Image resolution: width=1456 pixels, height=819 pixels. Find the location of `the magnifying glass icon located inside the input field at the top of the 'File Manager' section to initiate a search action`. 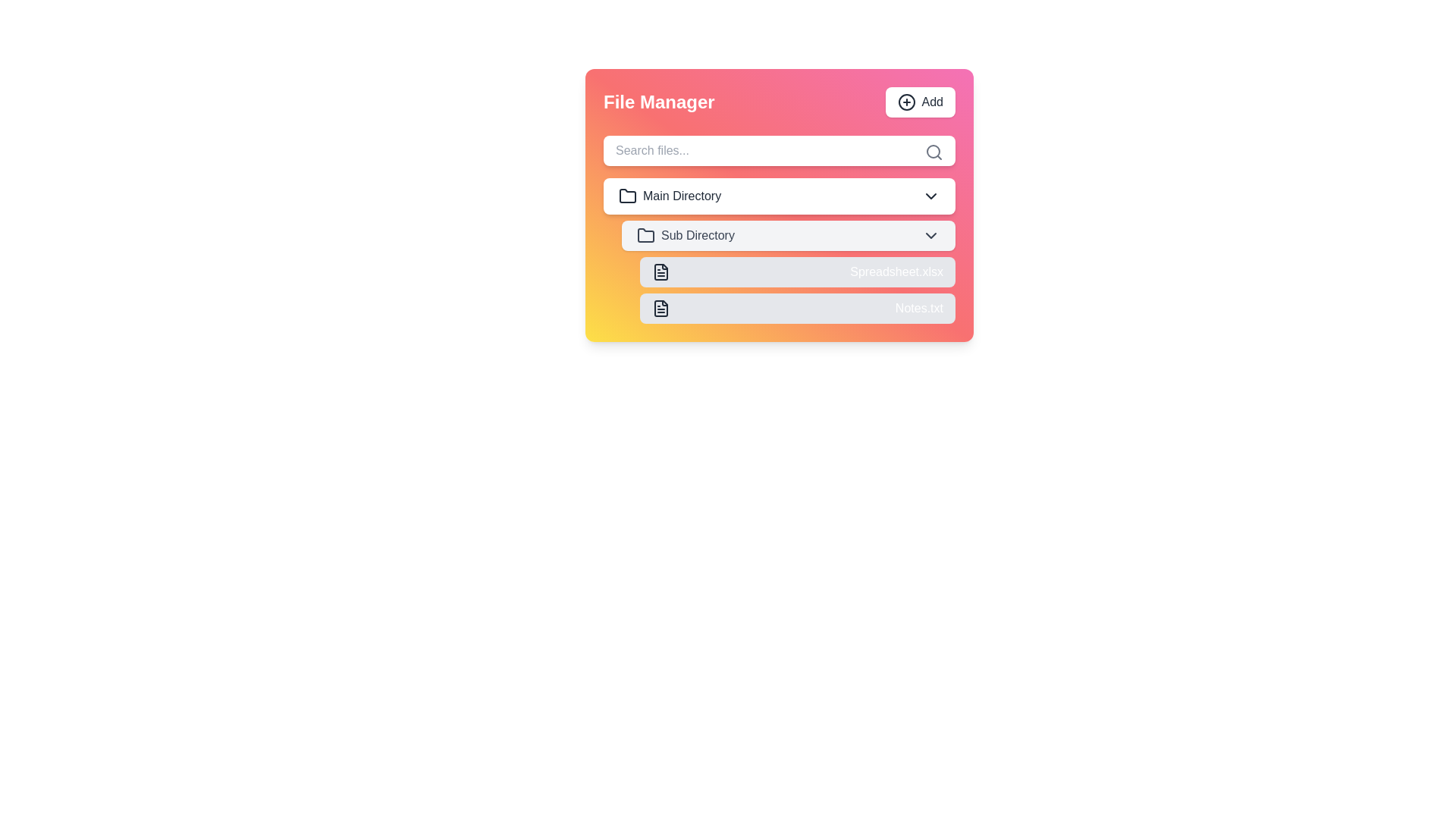

the magnifying glass icon located inside the input field at the top of the 'File Manager' section to initiate a search action is located at coordinates (934, 152).